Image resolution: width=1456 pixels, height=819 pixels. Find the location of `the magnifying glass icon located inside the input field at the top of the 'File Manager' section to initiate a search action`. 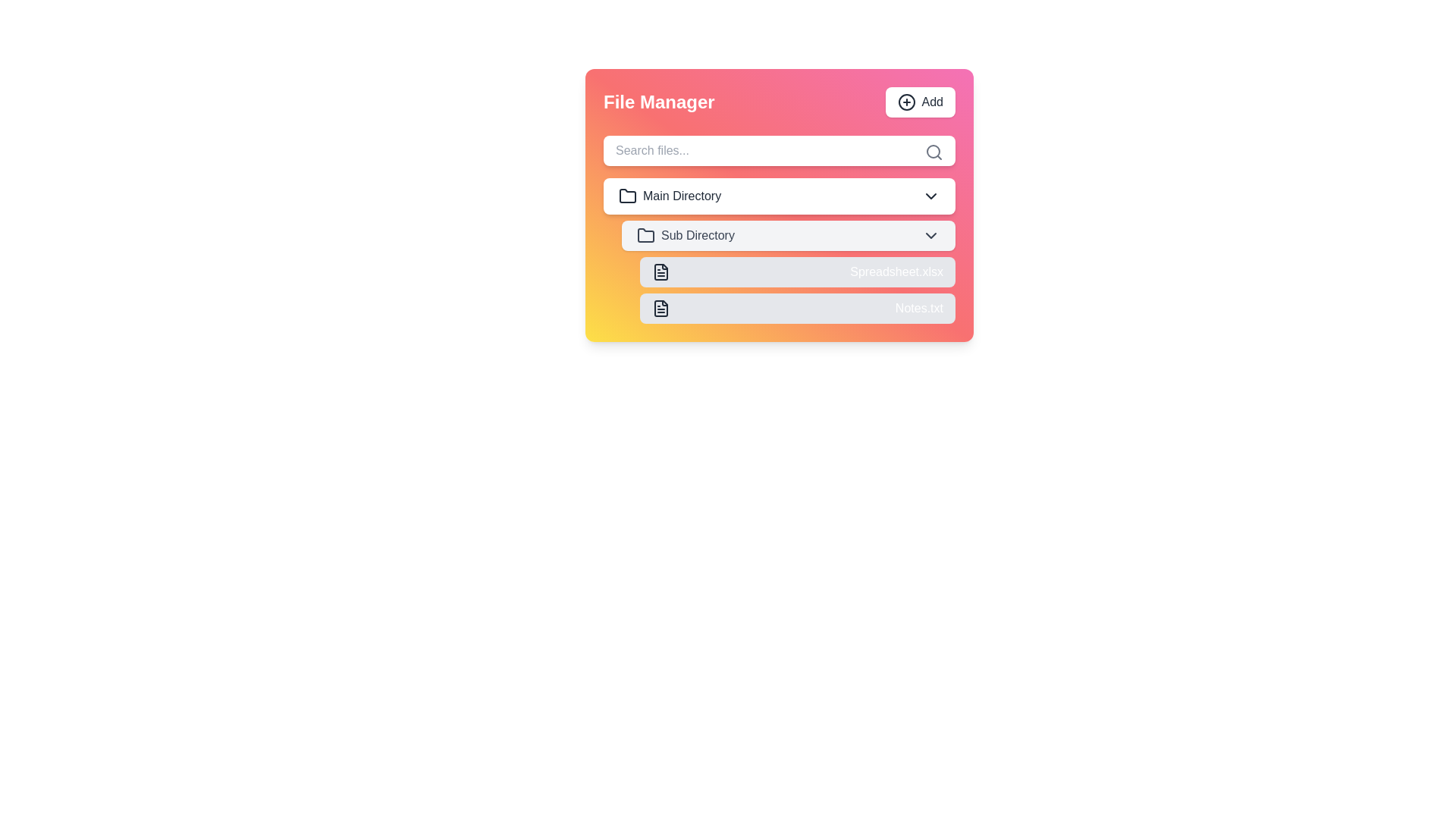

the magnifying glass icon located inside the input field at the top of the 'File Manager' section to initiate a search action is located at coordinates (934, 152).